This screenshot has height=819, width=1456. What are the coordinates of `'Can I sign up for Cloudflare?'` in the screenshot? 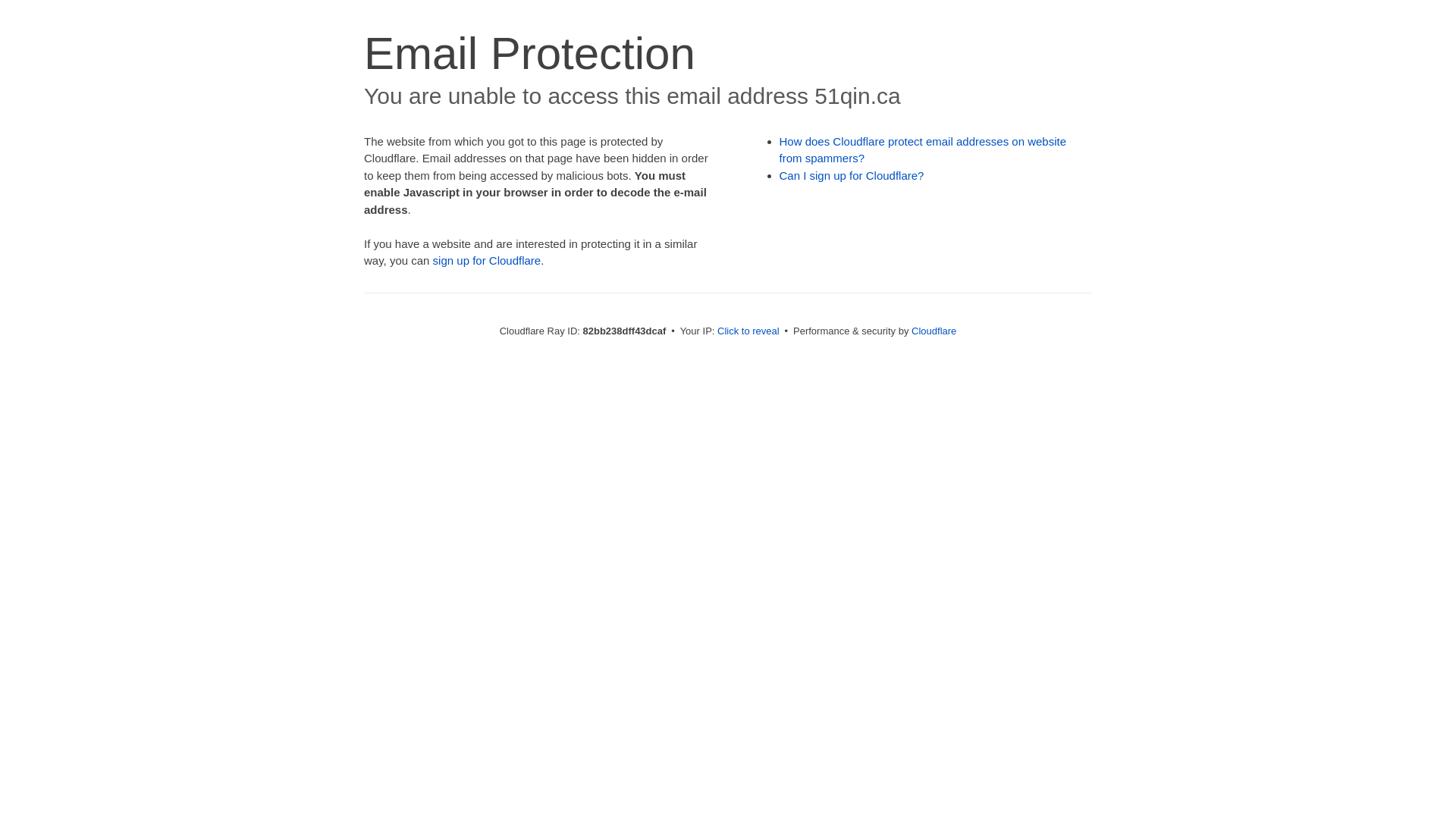 It's located at (852, 174).